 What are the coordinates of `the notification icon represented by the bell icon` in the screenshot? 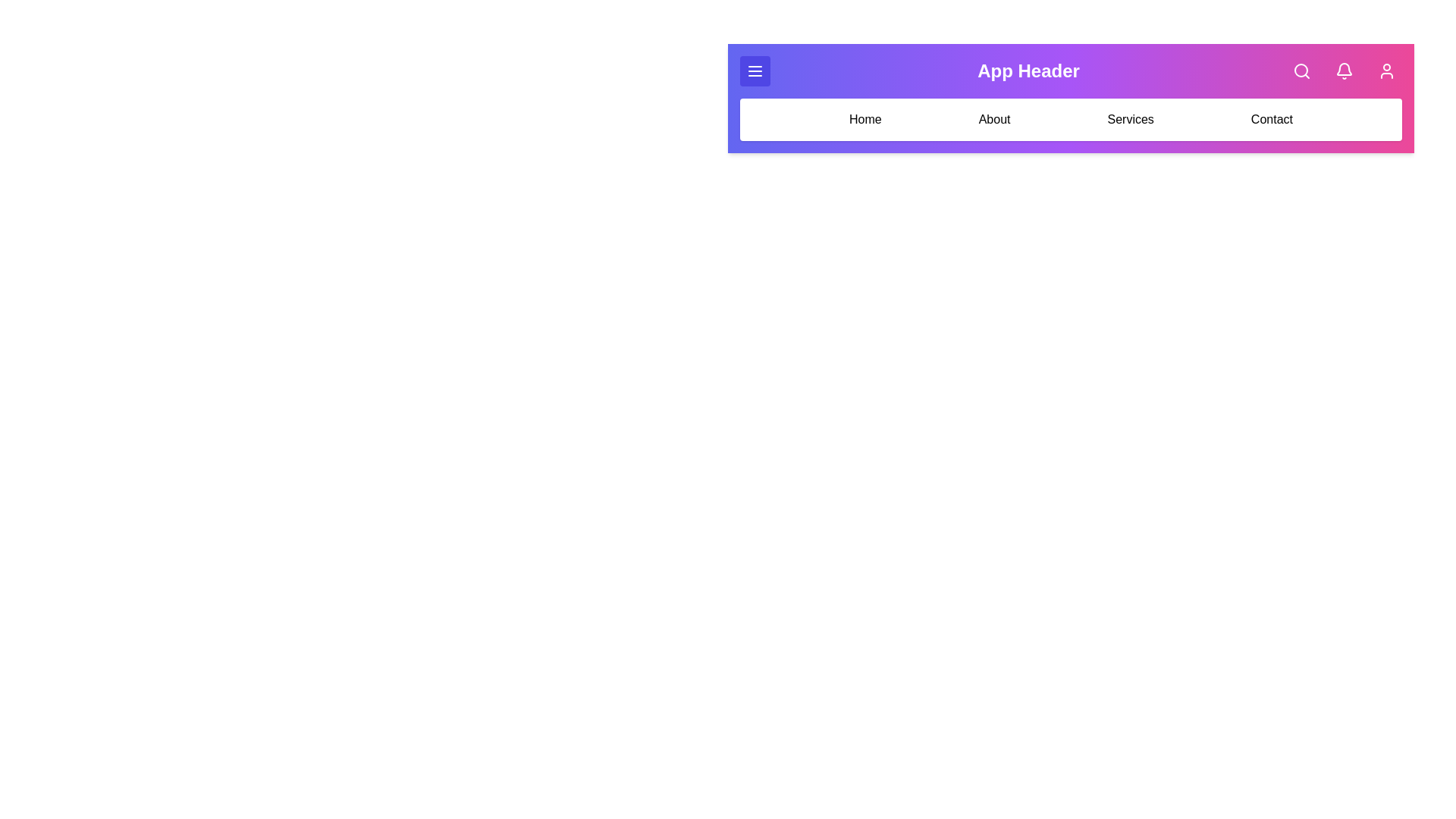 It's located at (1344, 71).